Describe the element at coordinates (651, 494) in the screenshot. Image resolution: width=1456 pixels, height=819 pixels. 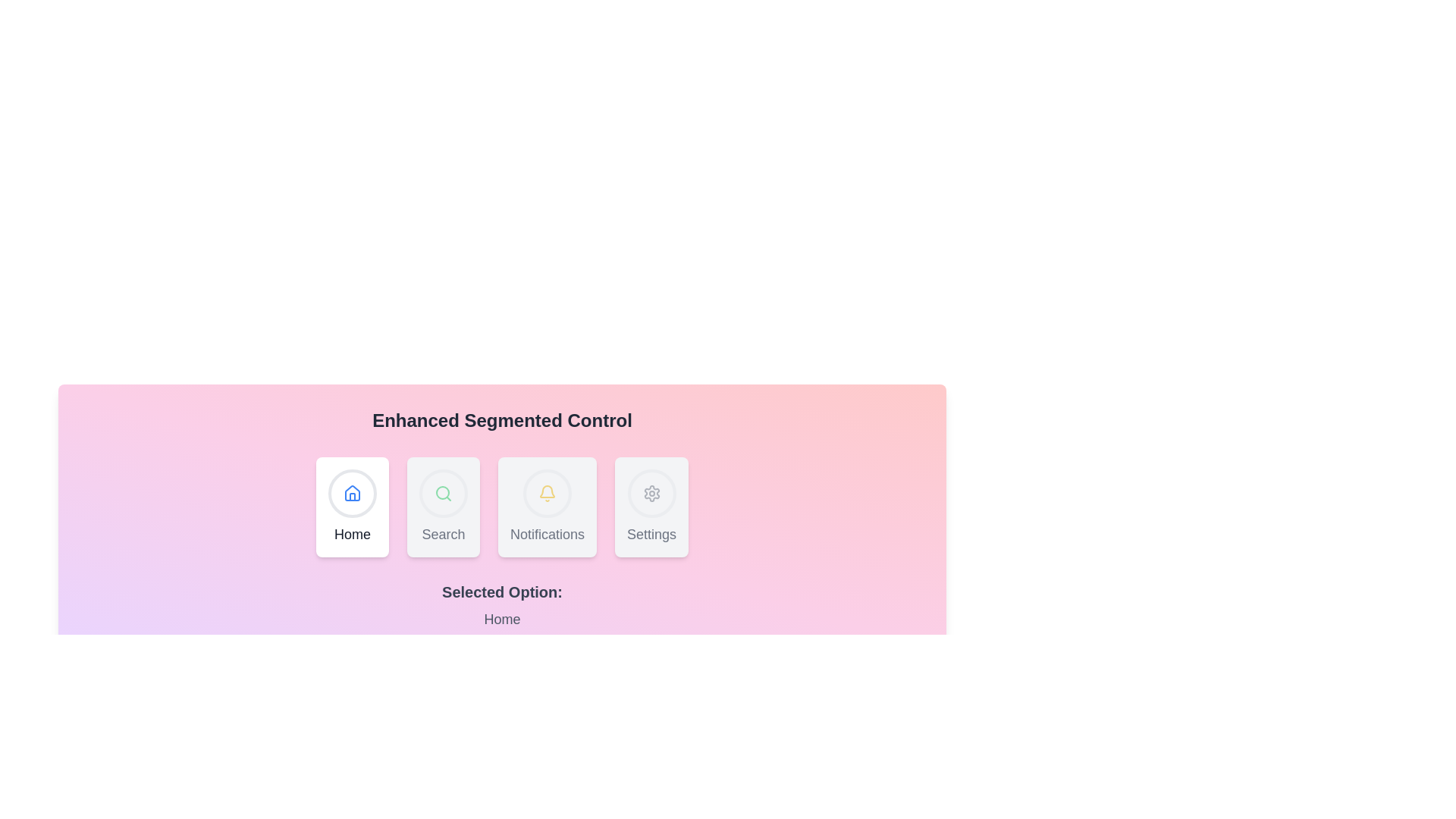
I see `the gear icon within the 'Settings' button, which is the fourth button in the segmented control section below 'Enhanced Segmented Control'` at that location.